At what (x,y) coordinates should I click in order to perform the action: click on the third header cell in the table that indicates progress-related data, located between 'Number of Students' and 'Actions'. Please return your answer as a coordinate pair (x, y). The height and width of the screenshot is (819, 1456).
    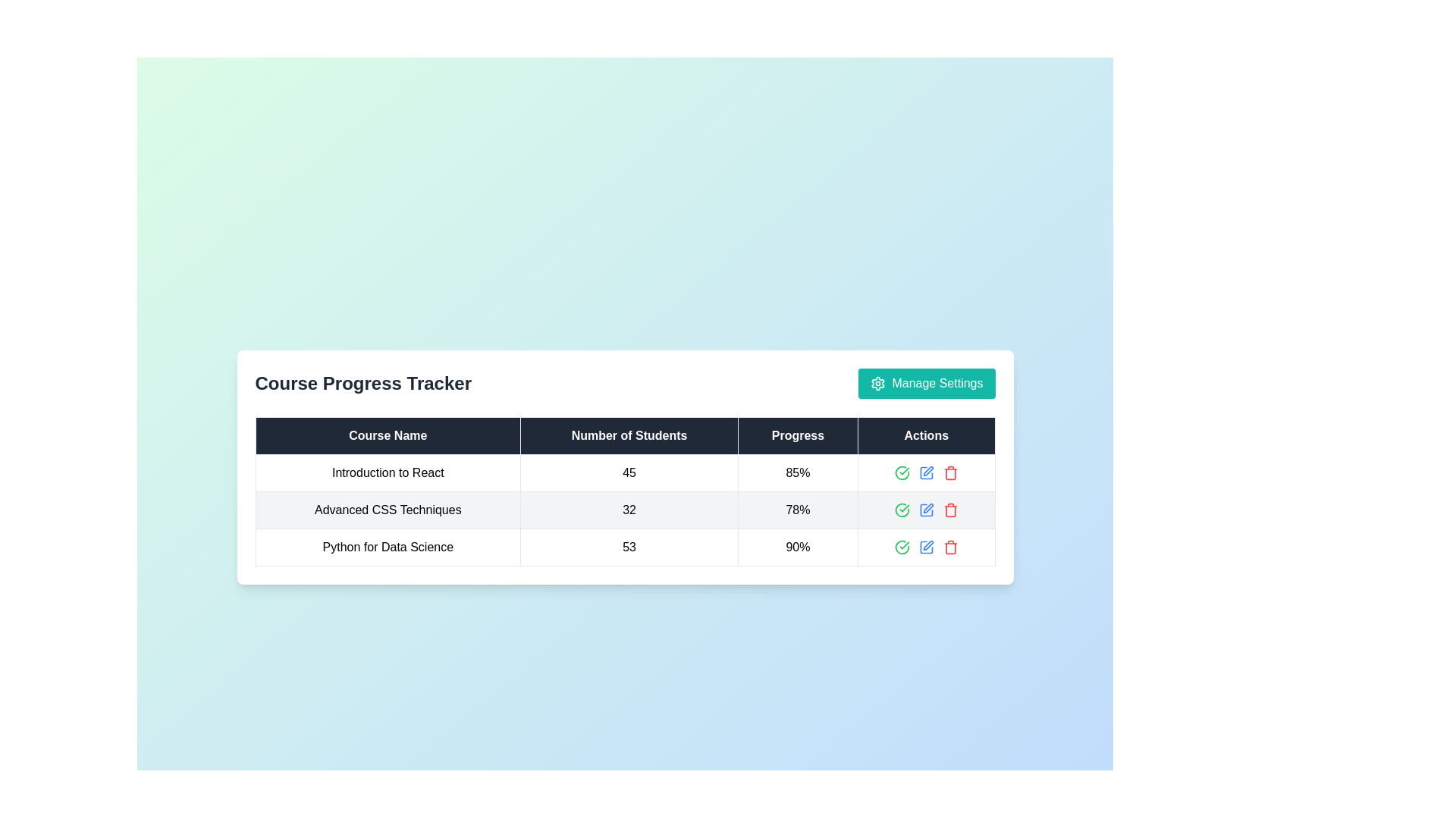
    Looking at the image, I should click on (797, 435).